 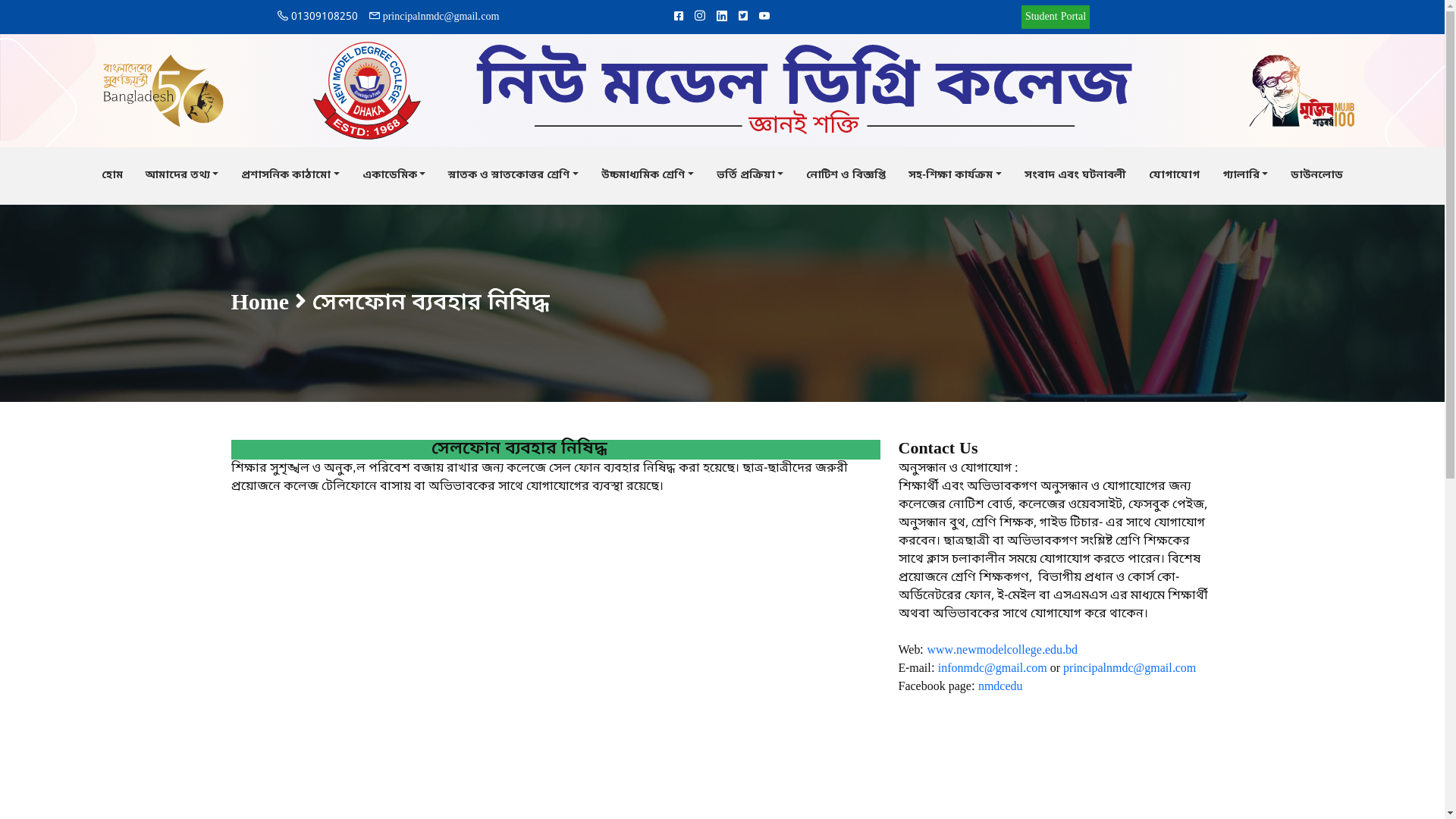 I want to click on '01309108250', so click(x=316, y=17).